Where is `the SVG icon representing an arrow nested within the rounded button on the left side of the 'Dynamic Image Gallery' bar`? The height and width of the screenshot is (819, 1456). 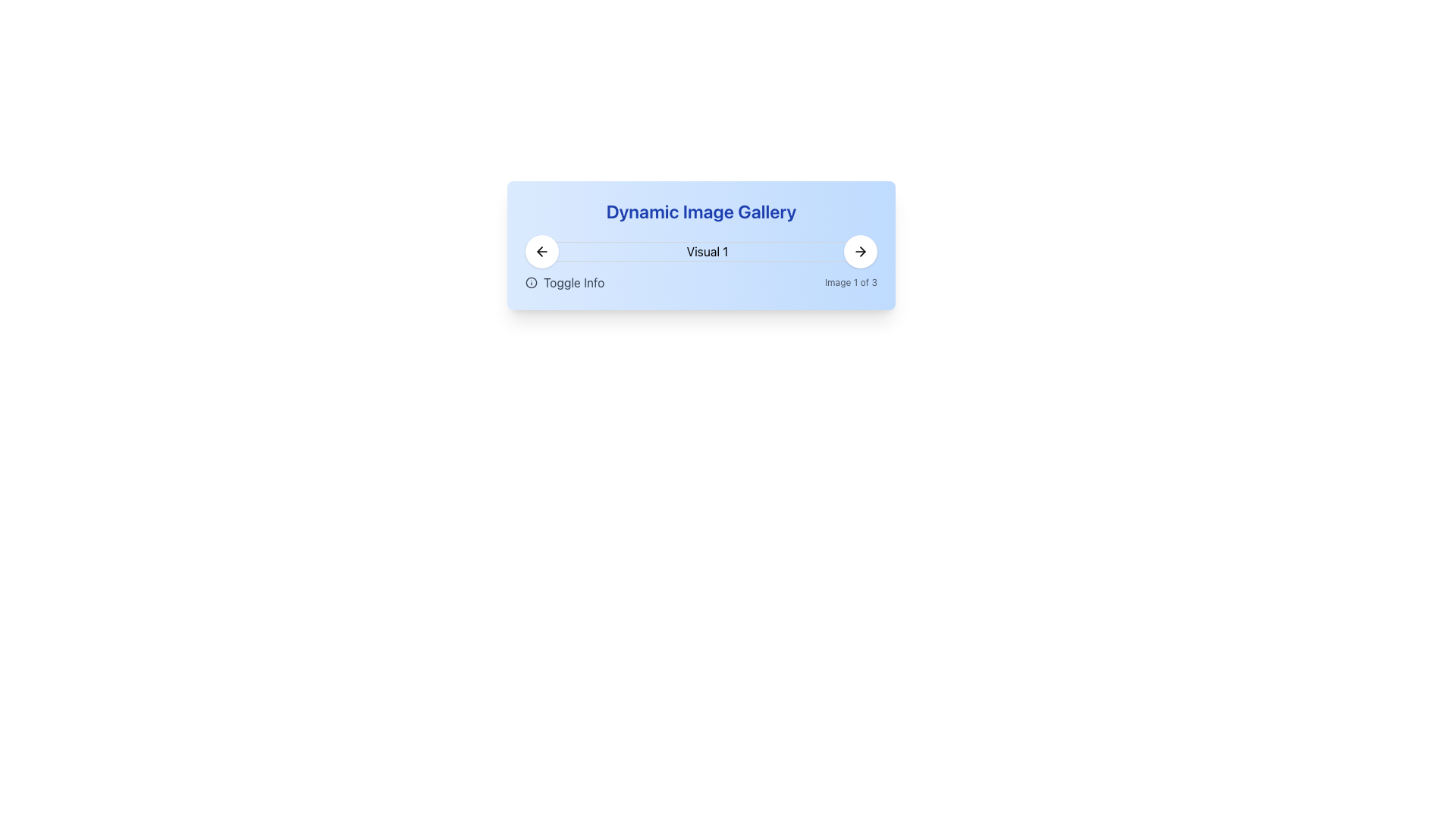 the SVG icon representing an arrow nested within the rounded button on the left side of the 'Dynamic Image Gallery' bar is located at coordinates (542, 250).